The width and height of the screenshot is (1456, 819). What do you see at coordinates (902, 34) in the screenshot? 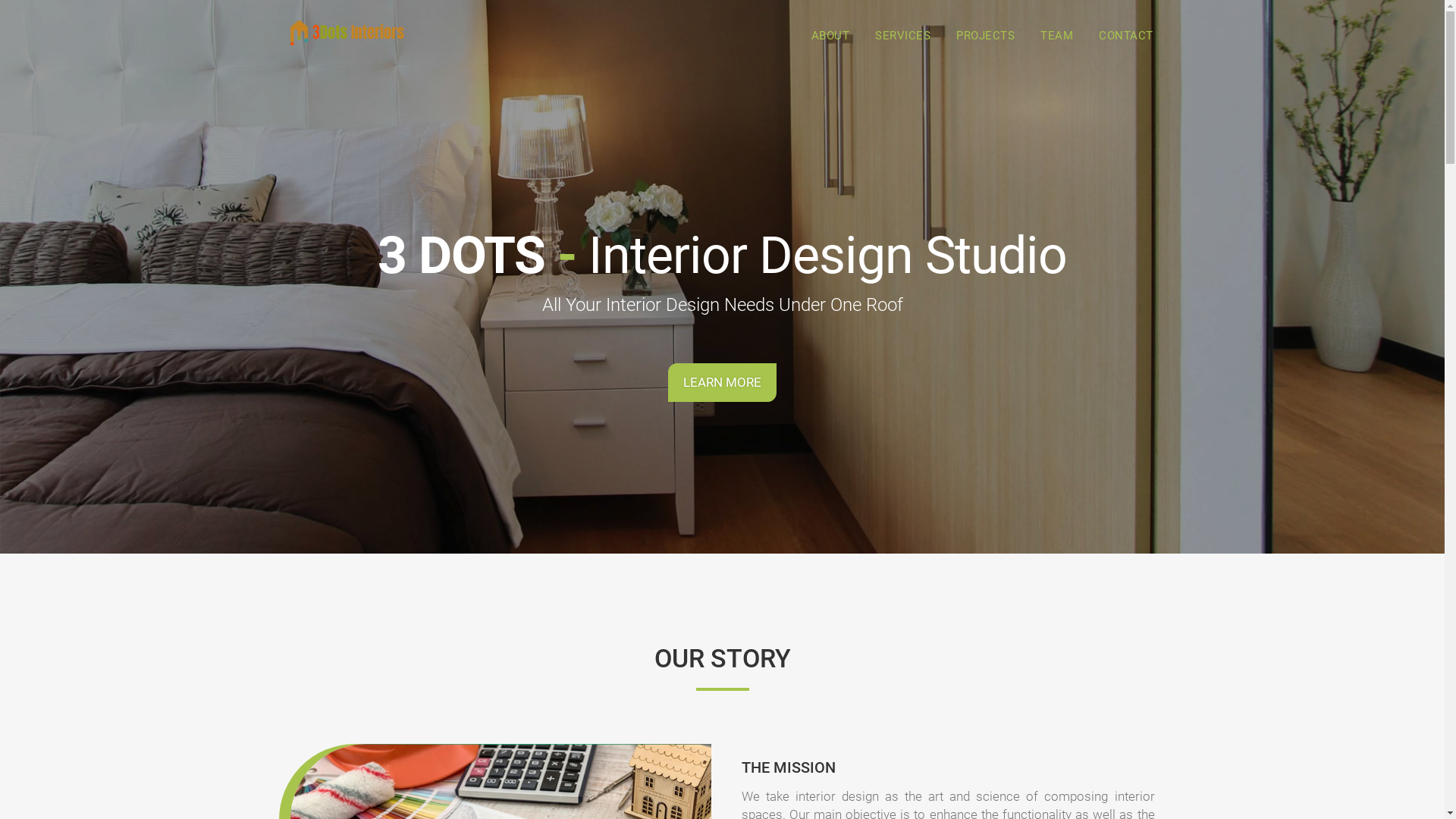
I see `'SERVICES'` at bounding box center [902, 34].